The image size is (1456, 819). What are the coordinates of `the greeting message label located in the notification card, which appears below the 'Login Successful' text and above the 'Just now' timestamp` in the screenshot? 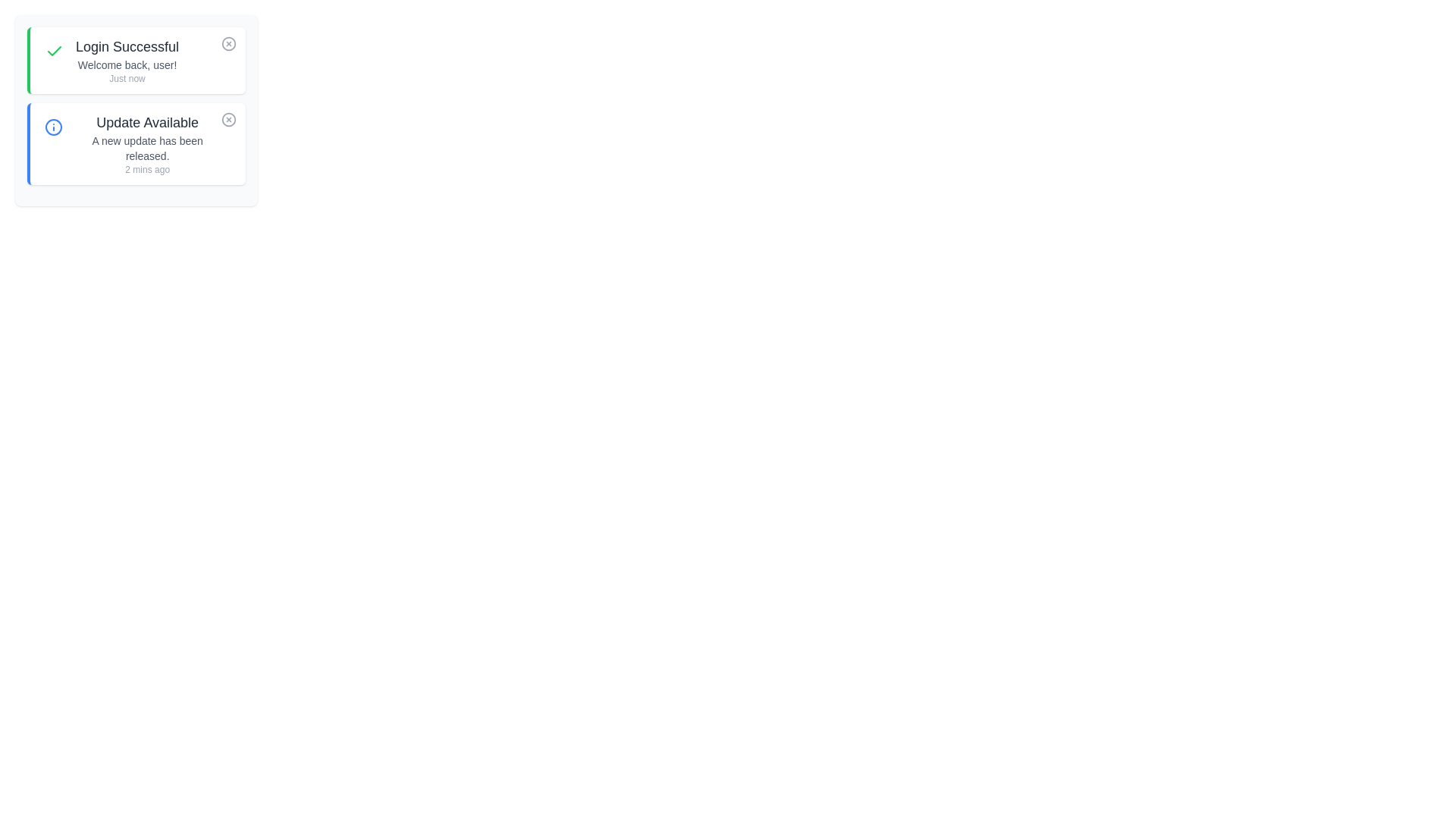 It's located at (127, 64).